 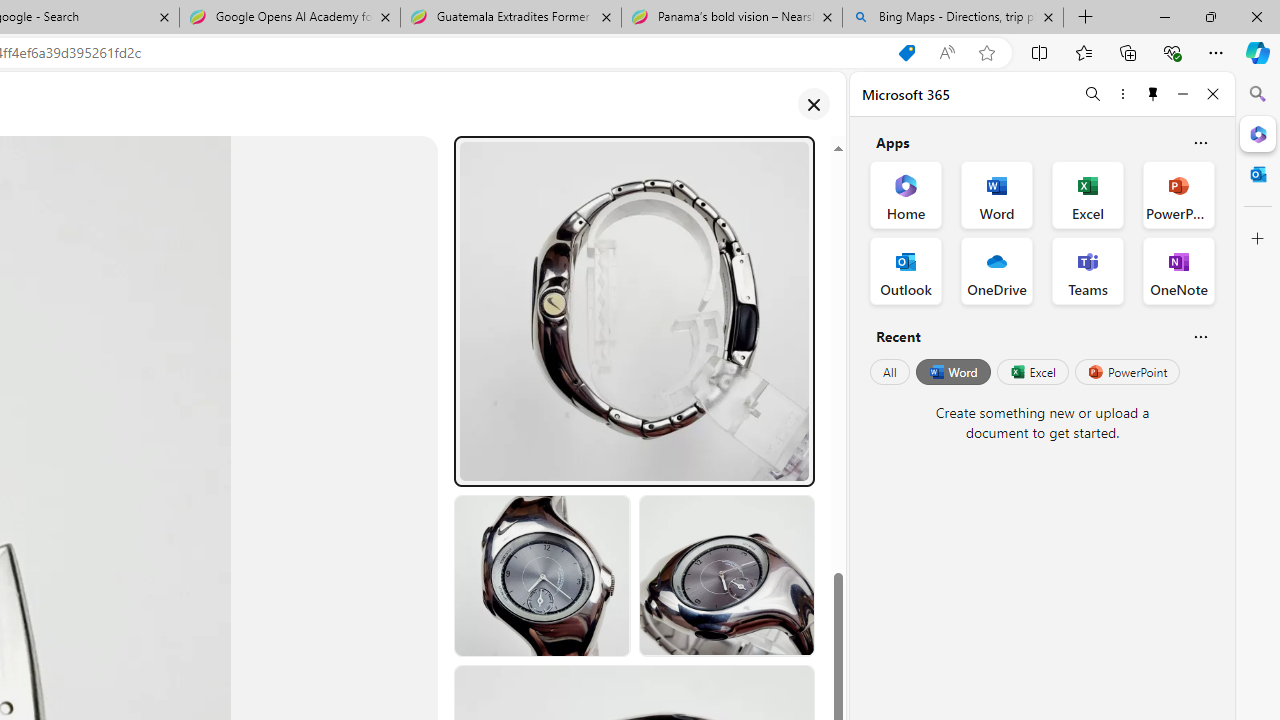 What do you see at coordinates (905, 271) in the screenshot?
I see `'Outlook Office App'` at bounding box center [905, 271].